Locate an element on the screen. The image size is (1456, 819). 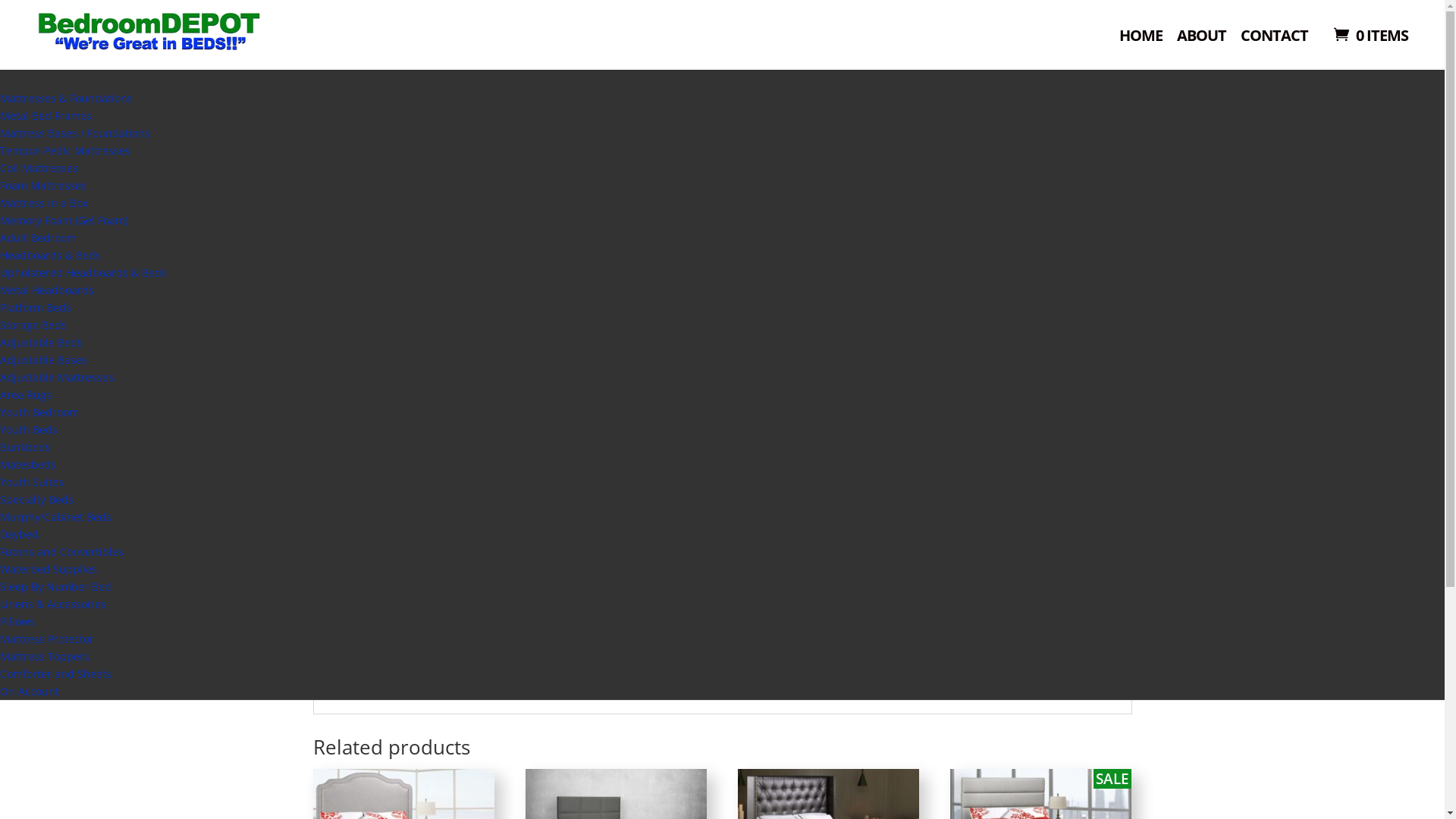
'Youth Beds' is located at coordinates (29, 429).